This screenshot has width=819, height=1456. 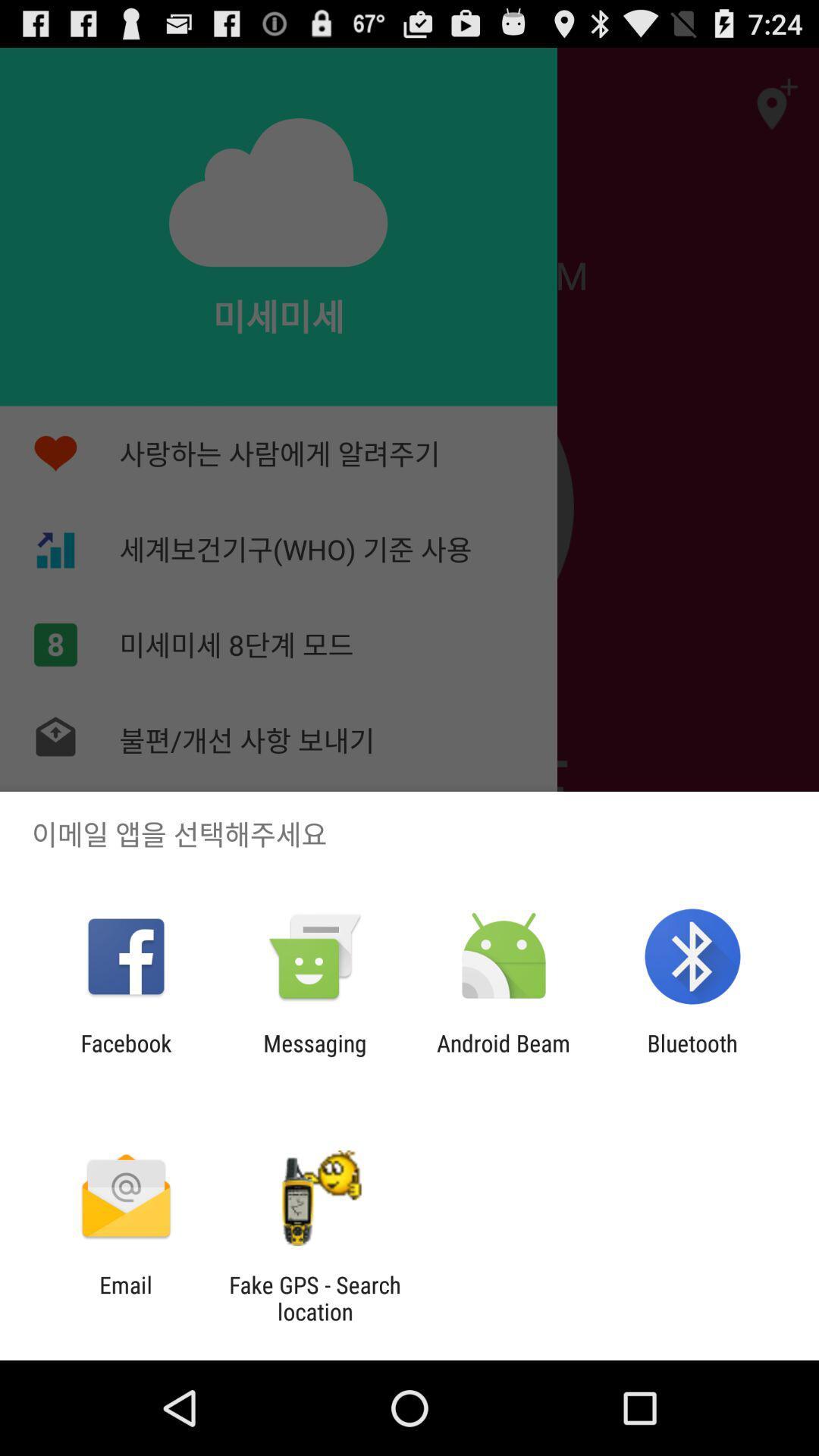 What do you see at coordinates (125, 1056) in the screenshot?
I see `facebook icon` at bounding box center [125, 1056].